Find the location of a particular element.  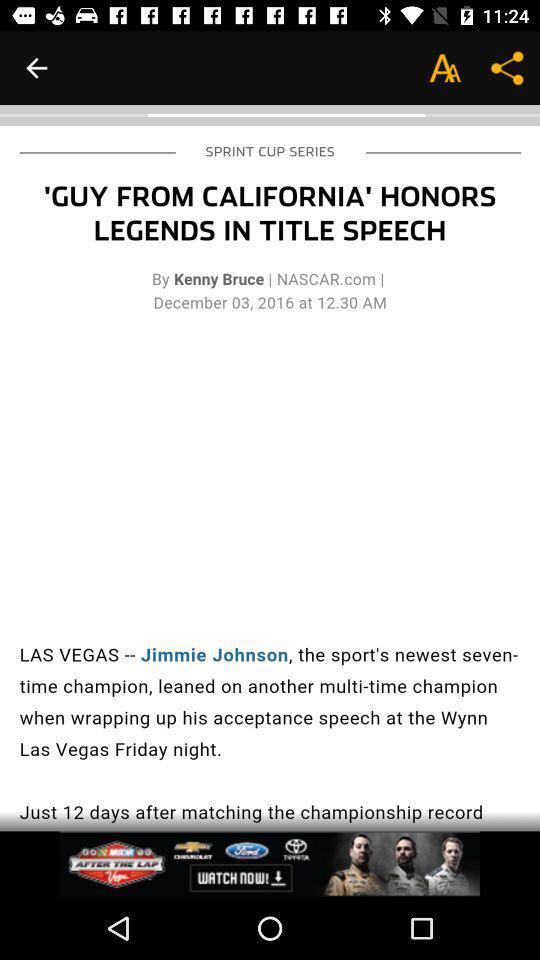

the option is located at coordinates (270, 863).